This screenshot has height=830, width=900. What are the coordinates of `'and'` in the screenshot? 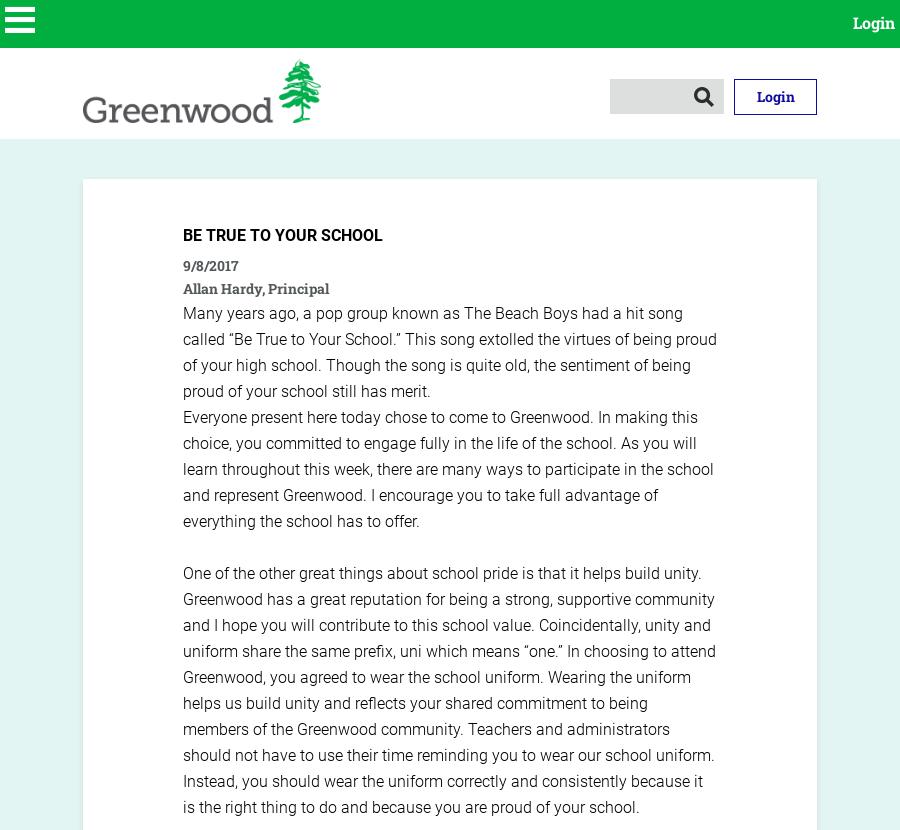 It's located at (696, 623).